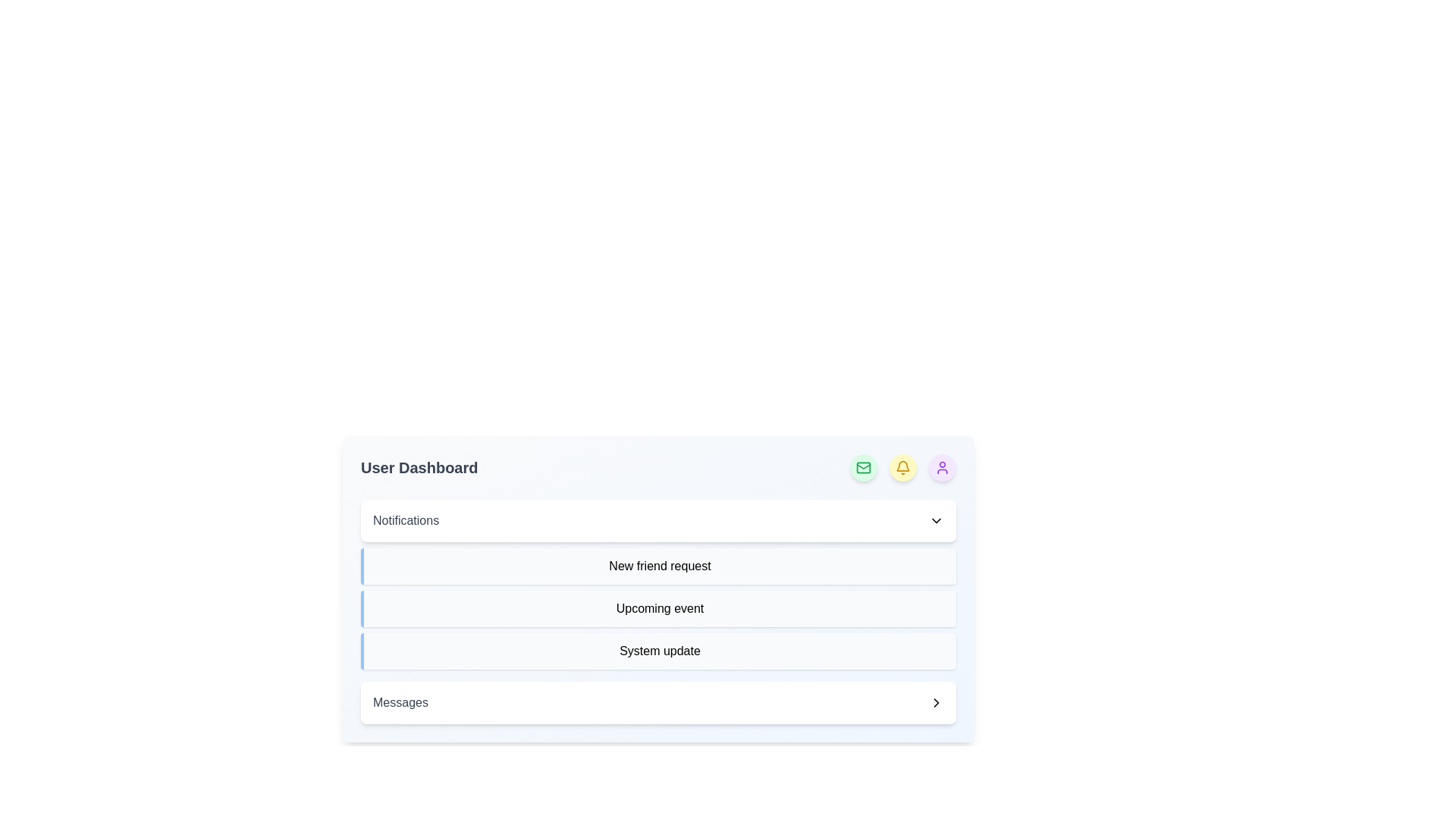  Describe the element at coordinates (902, 467) in the screenshot. I see `the notification button located in the top-right area of the user dashboard interface, positioned between a green envelope icon button and a purple user avatar icon button` at that location.